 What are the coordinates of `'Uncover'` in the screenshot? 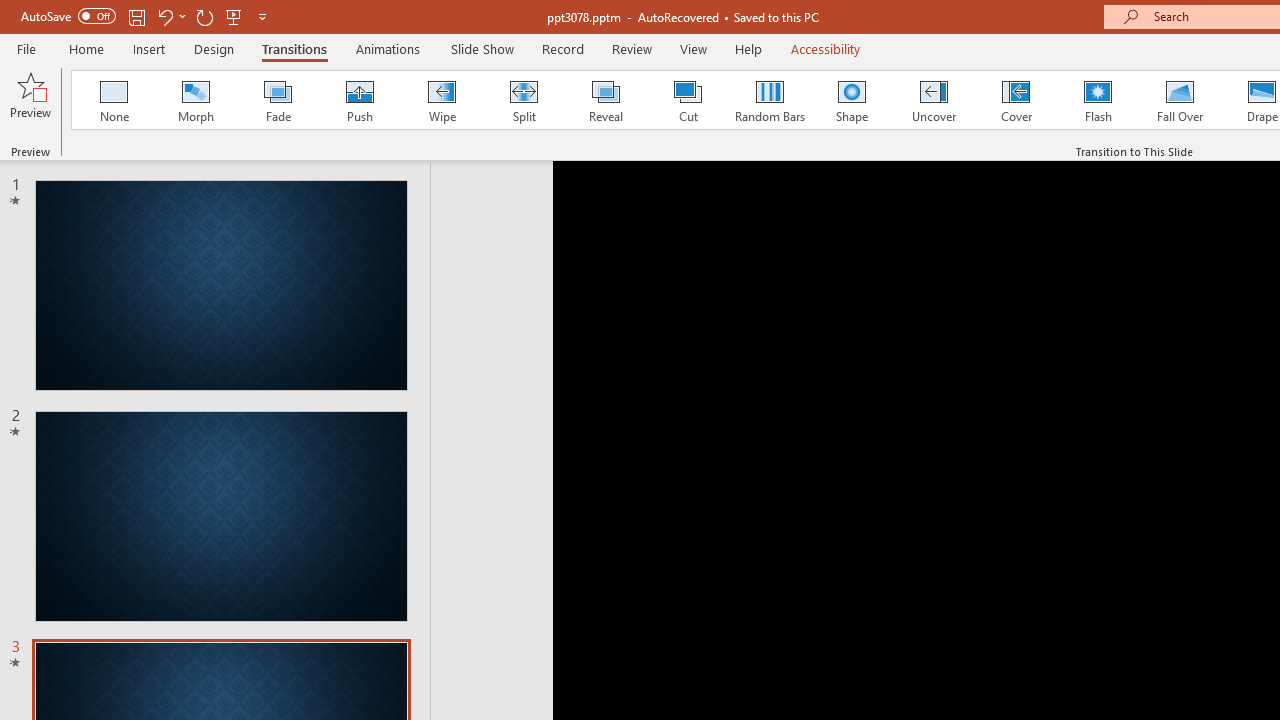 It's located at (933, 100).